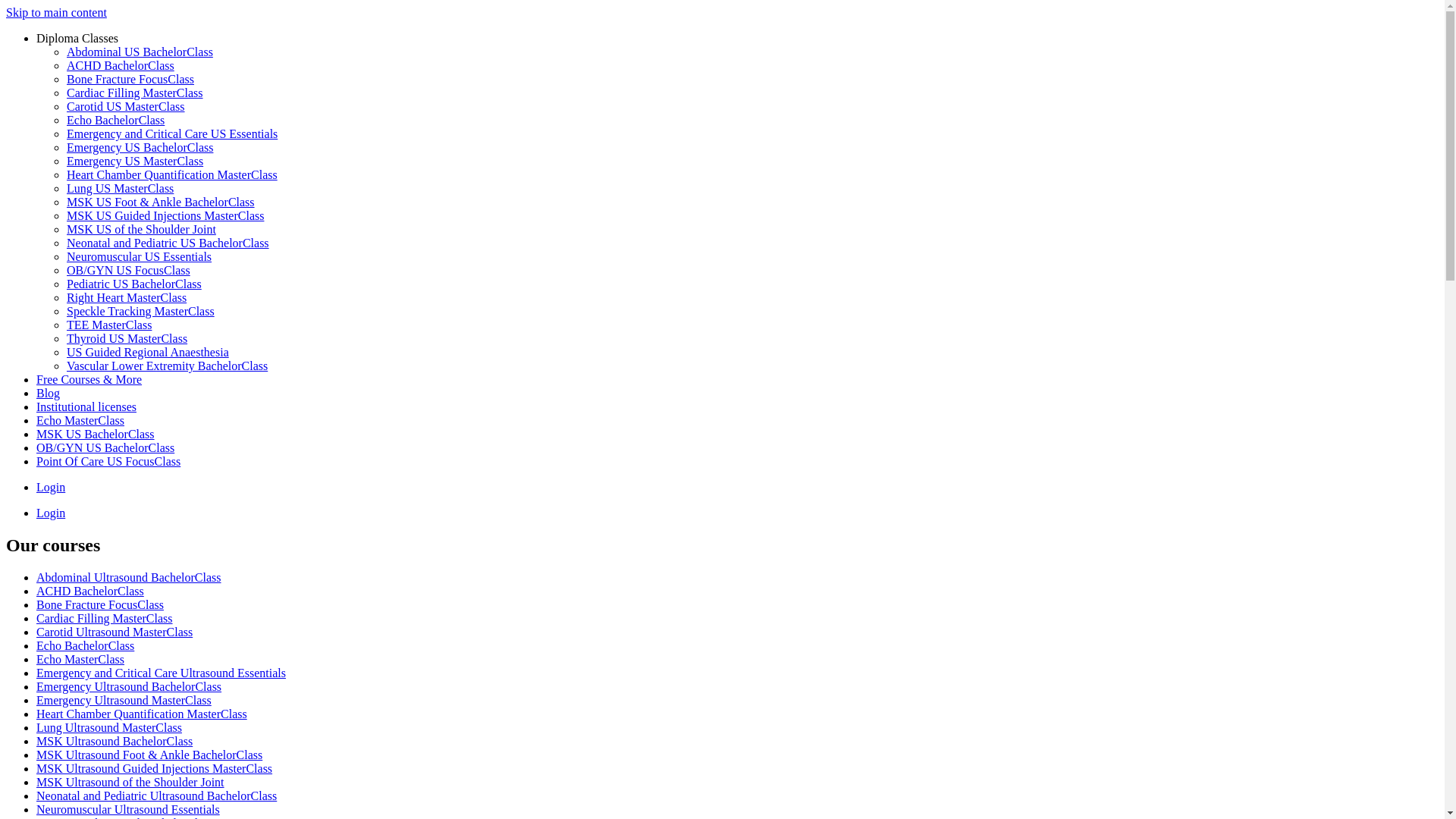 The height and width of the screenshot is (819, 1456). I want to click on 'US Guided Regional Anaesthesia', so click(65, 352).